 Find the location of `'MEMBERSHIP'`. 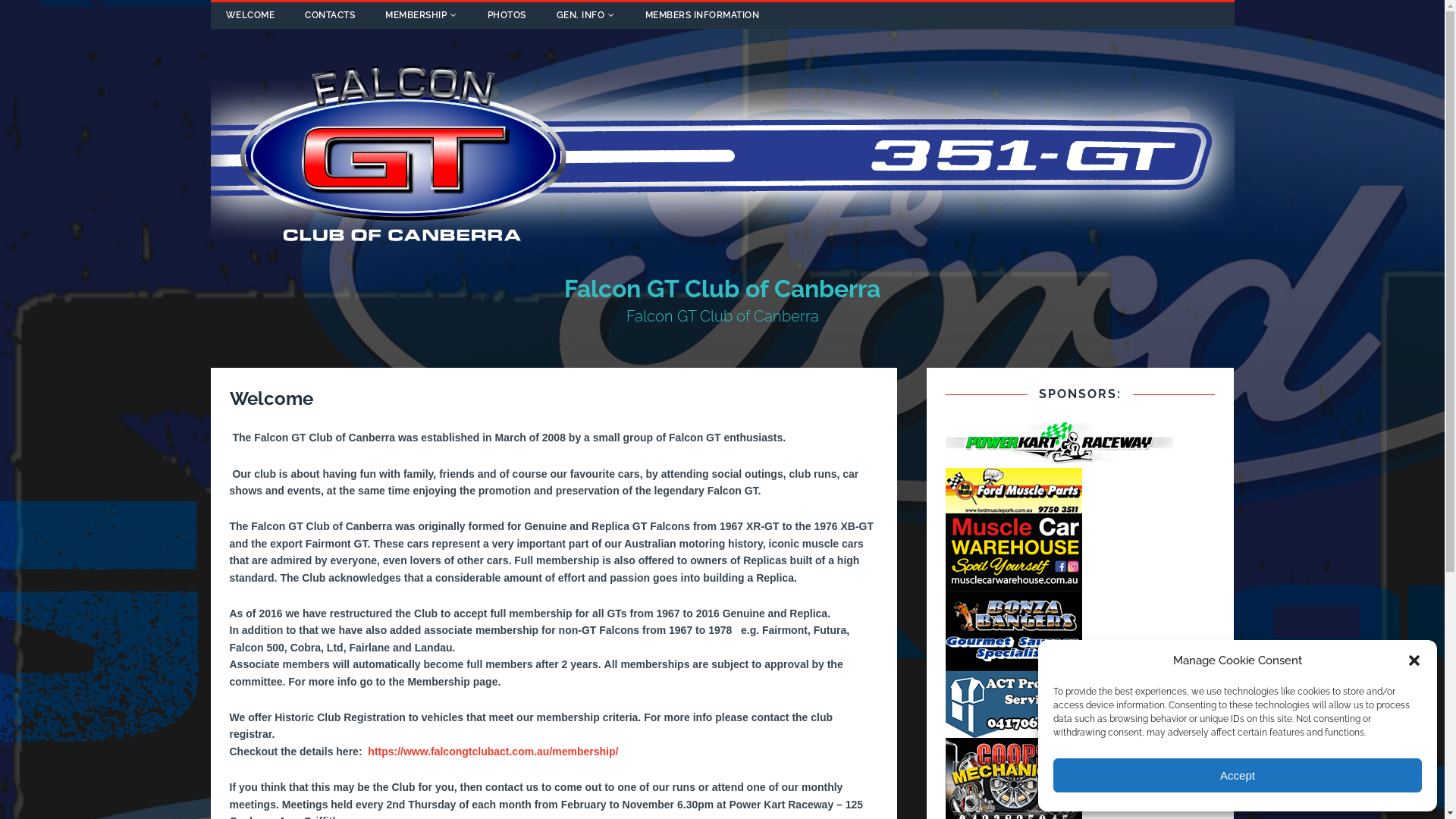

'MEMBERSHIP' is located at coordinates (421, 15).